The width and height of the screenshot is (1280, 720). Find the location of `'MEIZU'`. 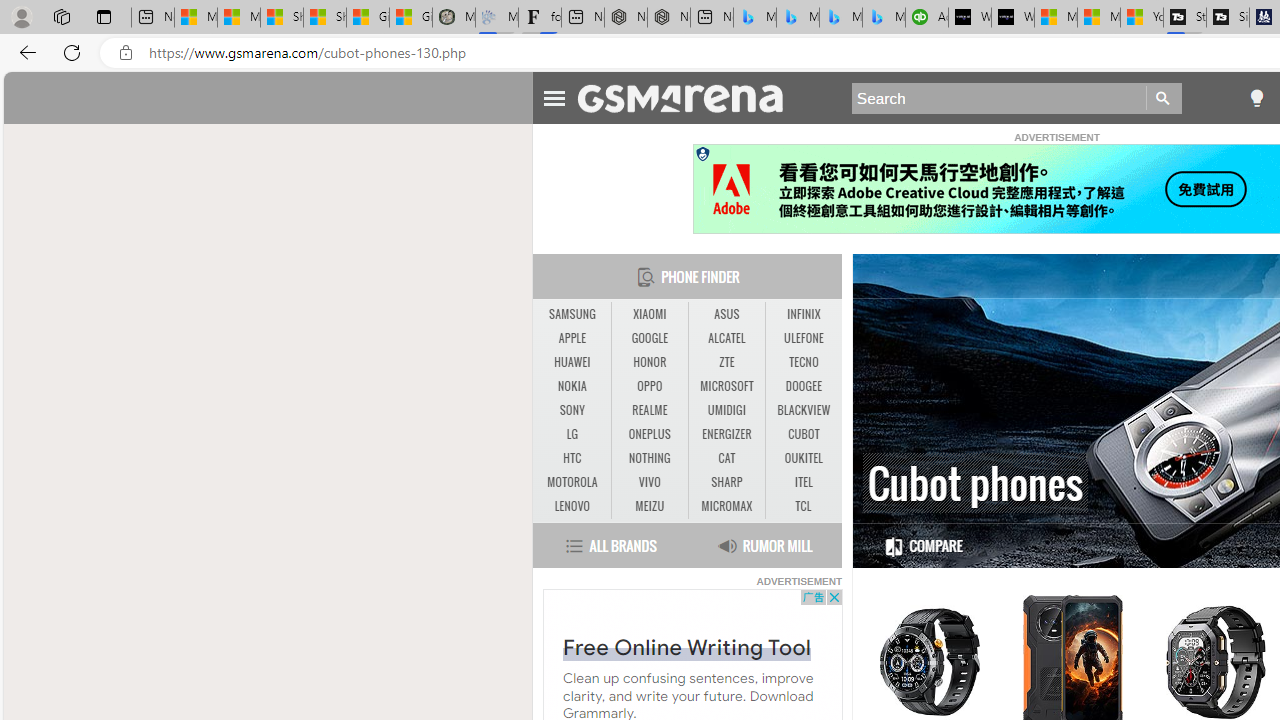

'MEIZU' is located at coordinates (649, 505).